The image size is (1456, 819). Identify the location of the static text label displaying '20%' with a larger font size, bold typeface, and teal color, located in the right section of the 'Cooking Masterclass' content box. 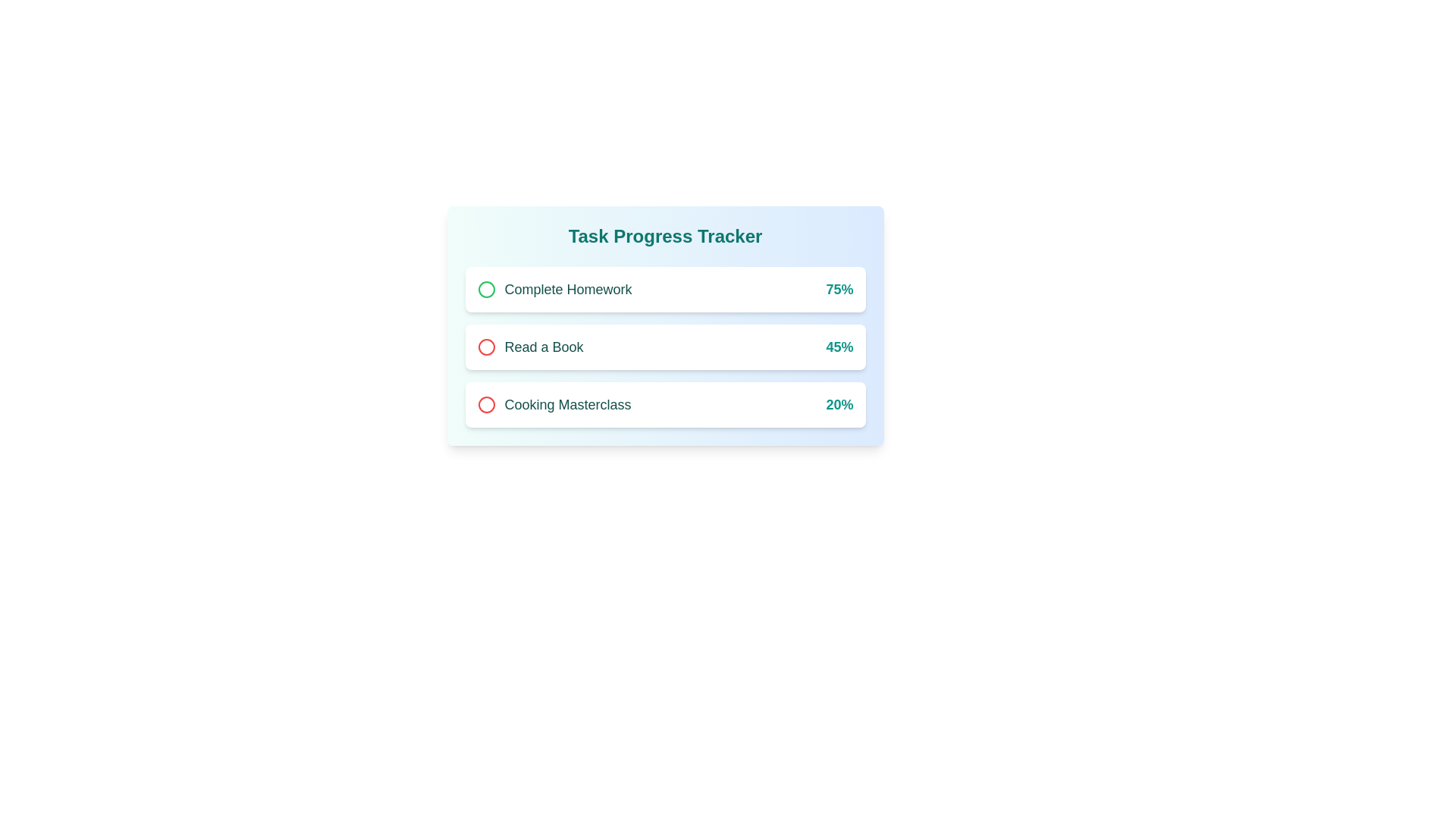
(839, 403).